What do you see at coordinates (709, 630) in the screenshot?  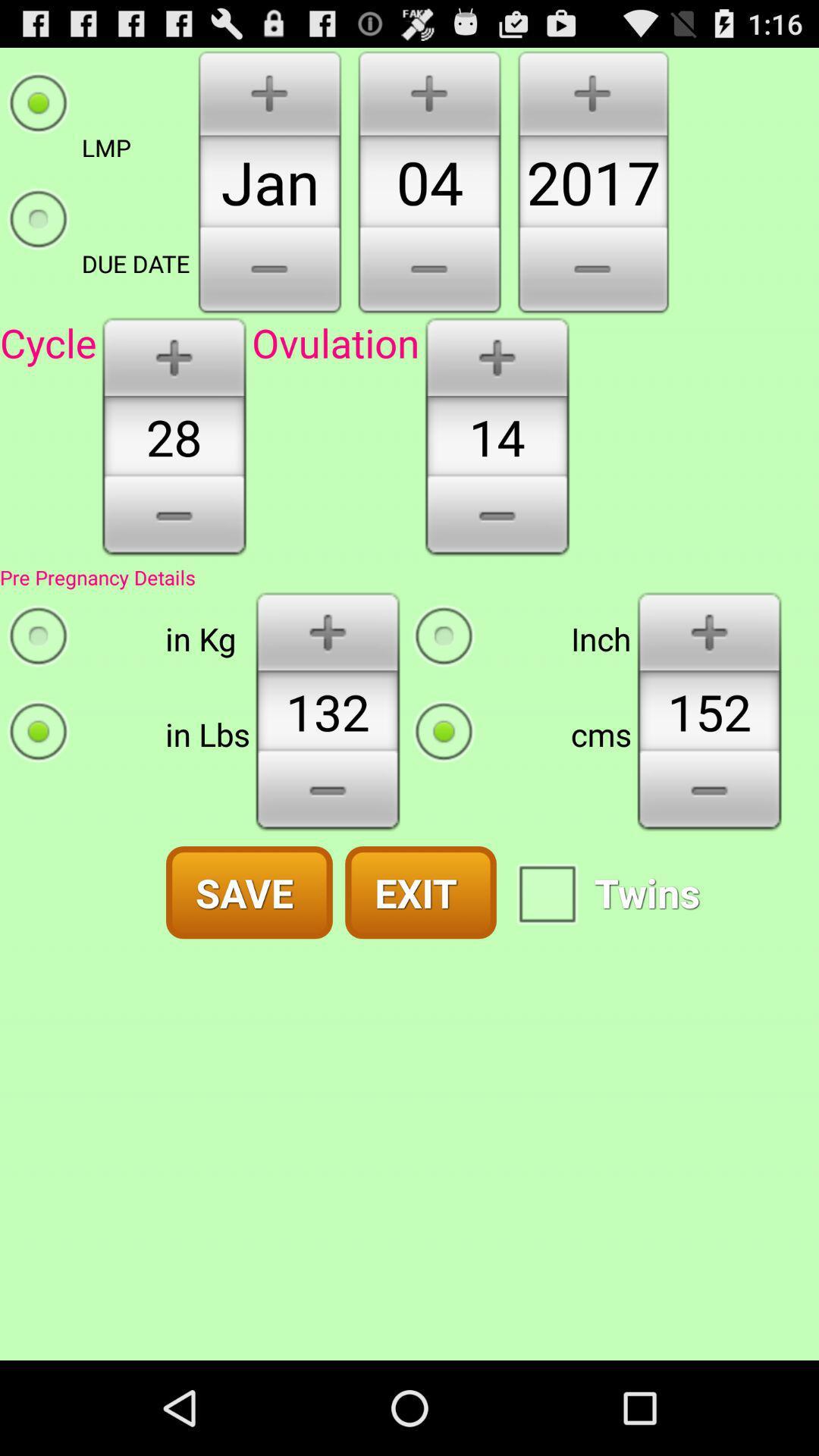 I see `an inch` at bounding box center [709, 630].